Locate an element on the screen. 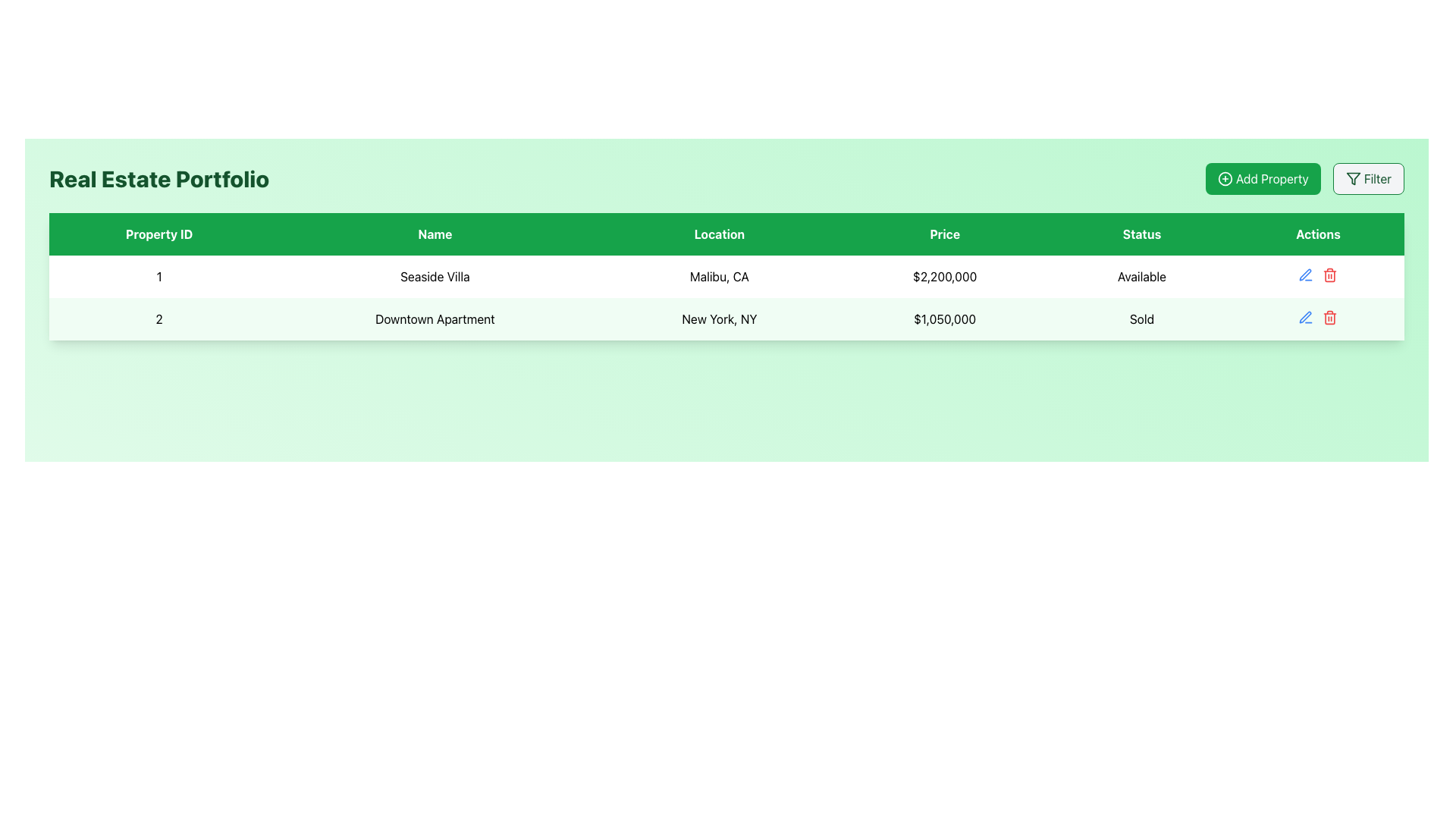  the Text label in the third column of the first row of the data table, which provides textual information about a property entry is located at coordinates (719, 277).